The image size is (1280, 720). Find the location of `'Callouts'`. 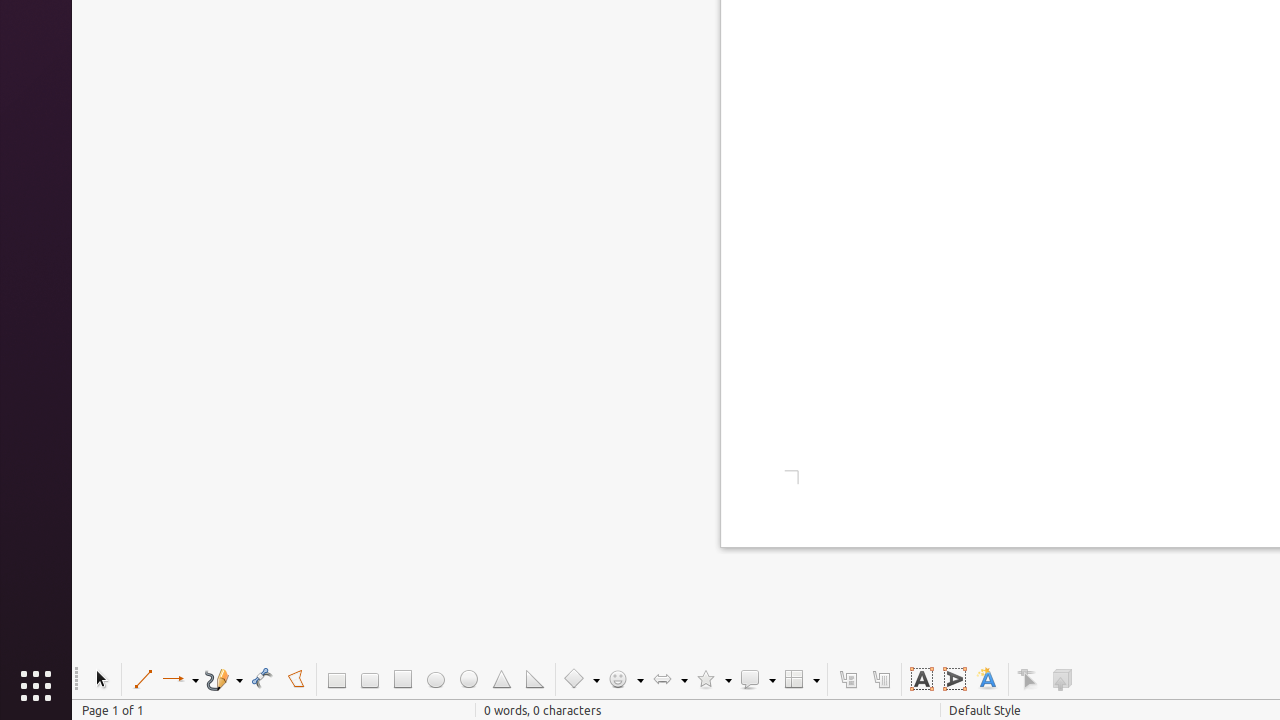

'Callouts' is located at coordinates (847, 678).